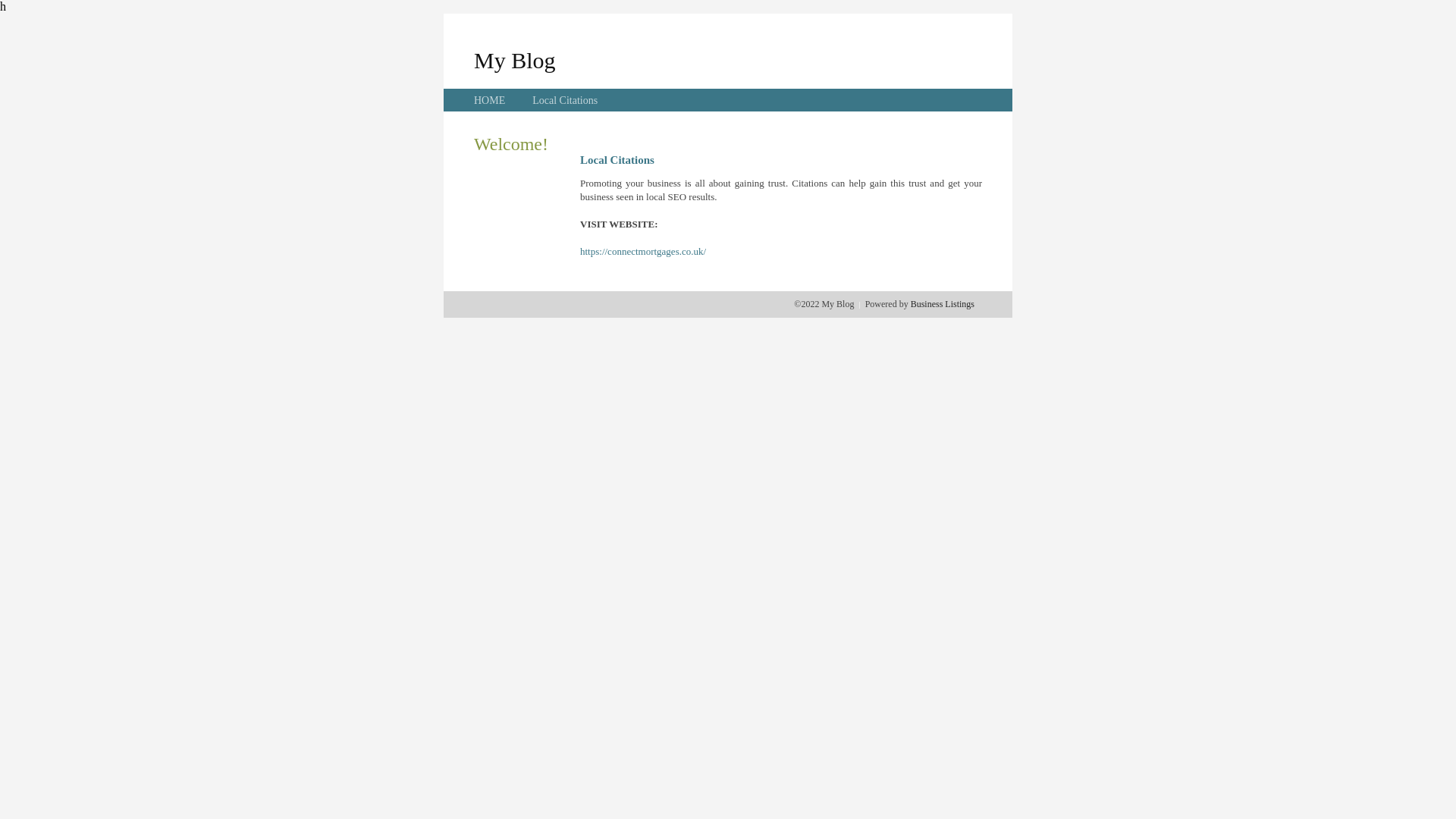 This screenshot has height=819, width=1456. What do you see at coordinates (514, 59) in the screenshot?
I see `'My Blog'` at bounding box center [514, 59].